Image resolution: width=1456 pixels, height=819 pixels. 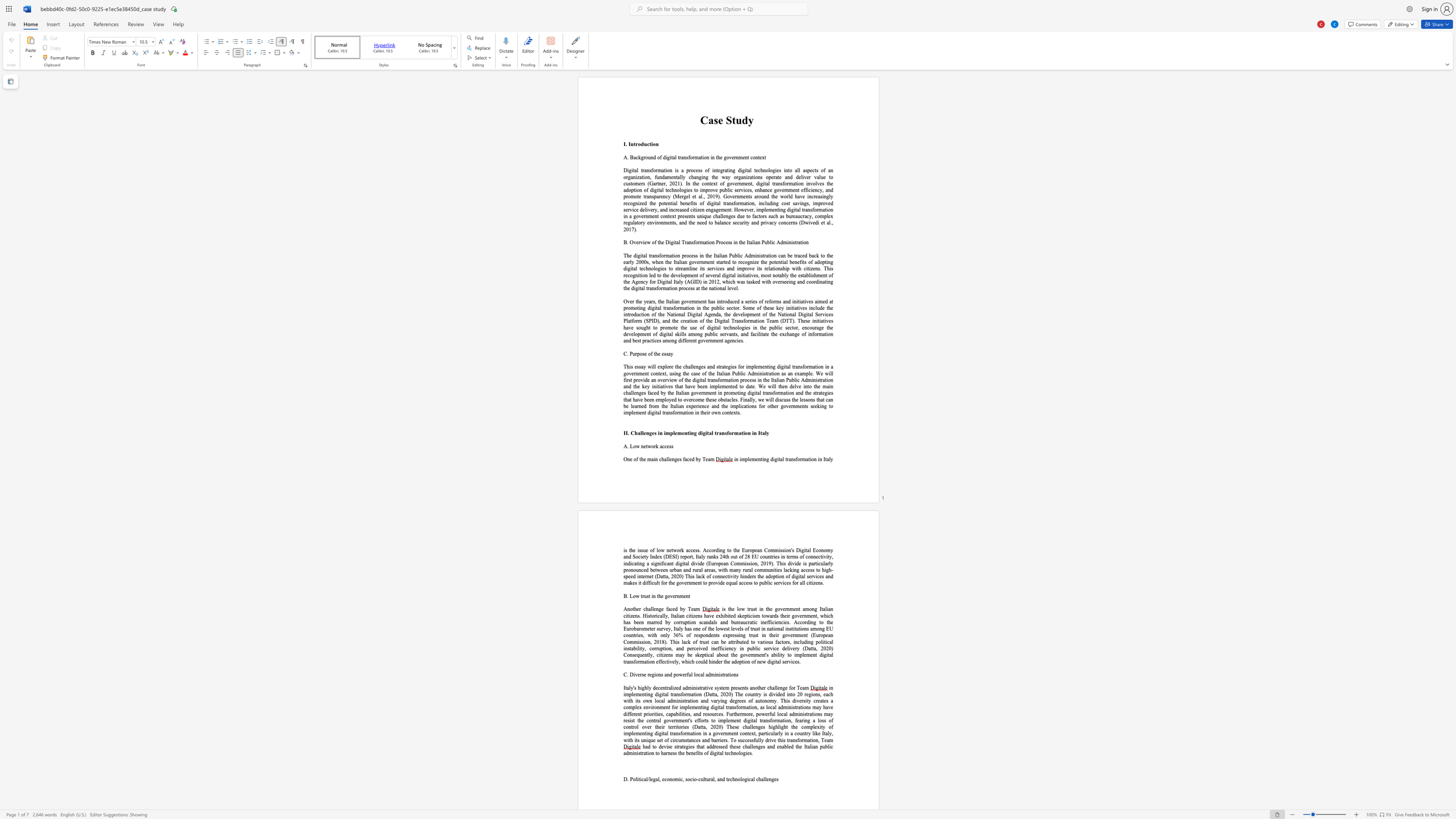 What do you see at coordinates (642, 445) in the screenshot?
I see `the 1th character "n" in the text` at bounding box center [642, 445].